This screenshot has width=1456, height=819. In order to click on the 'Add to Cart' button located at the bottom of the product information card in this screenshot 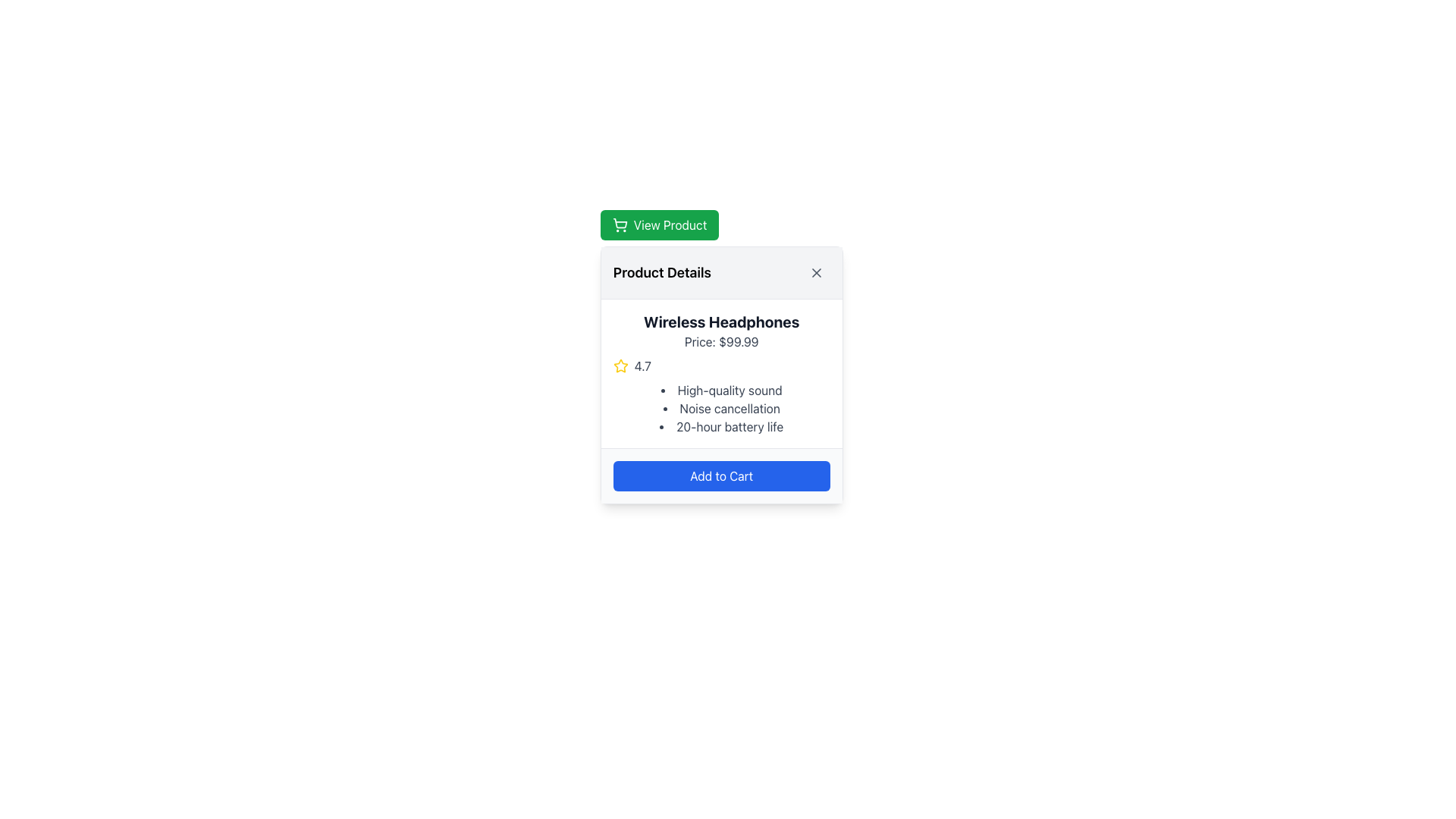, I will do `click(720, 475)`.